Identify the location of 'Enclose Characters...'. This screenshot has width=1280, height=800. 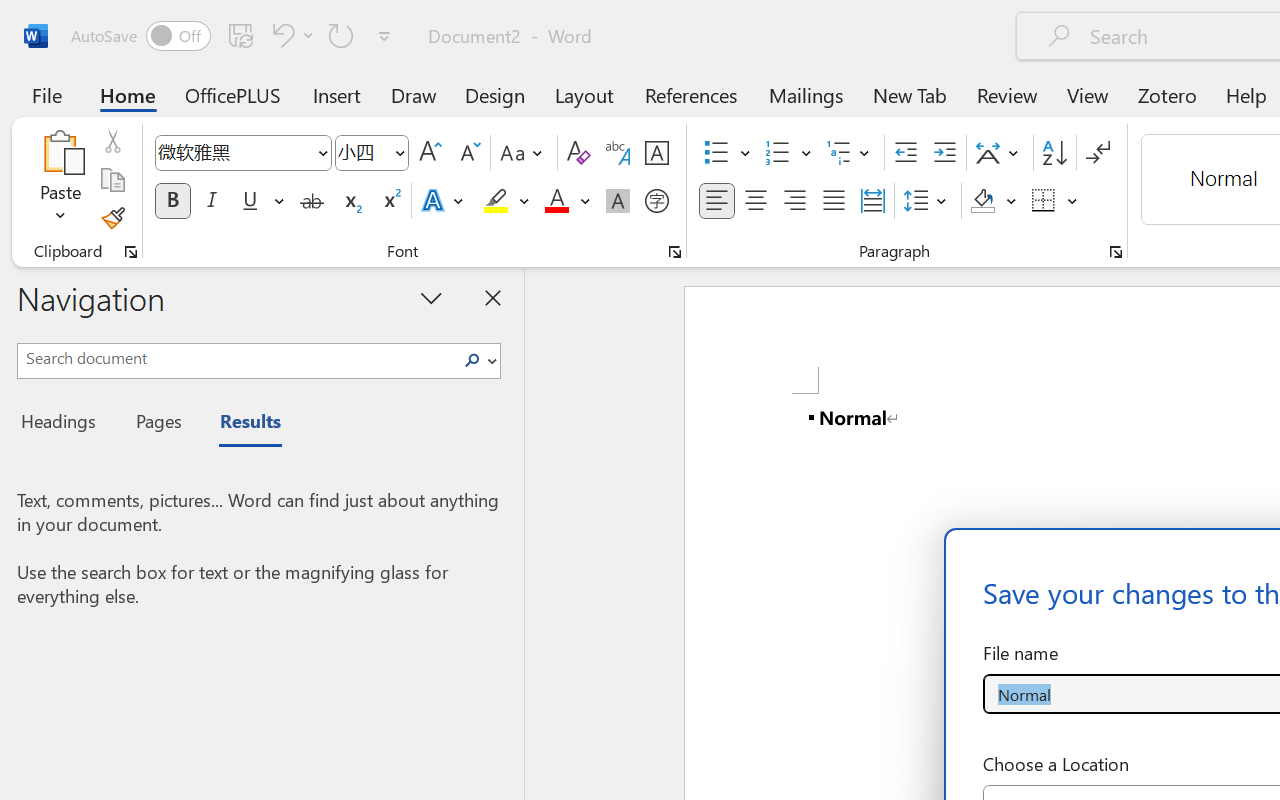
(656, 201).